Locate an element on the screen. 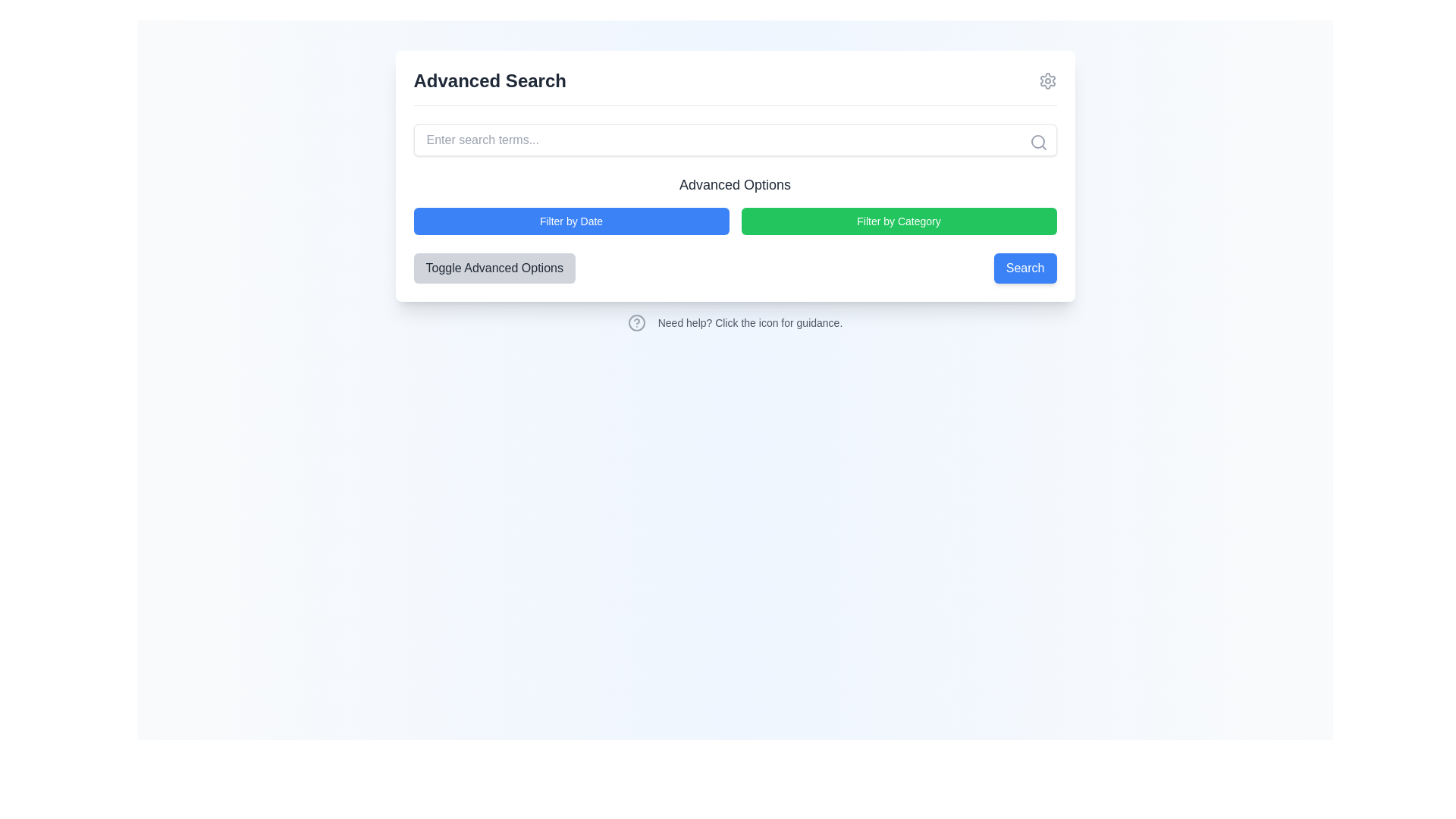  the filter button located to the right of the 'Filter by Date' button under the 'Advanced Options' label for keyboard navigation is located at coordinates (899, 221).